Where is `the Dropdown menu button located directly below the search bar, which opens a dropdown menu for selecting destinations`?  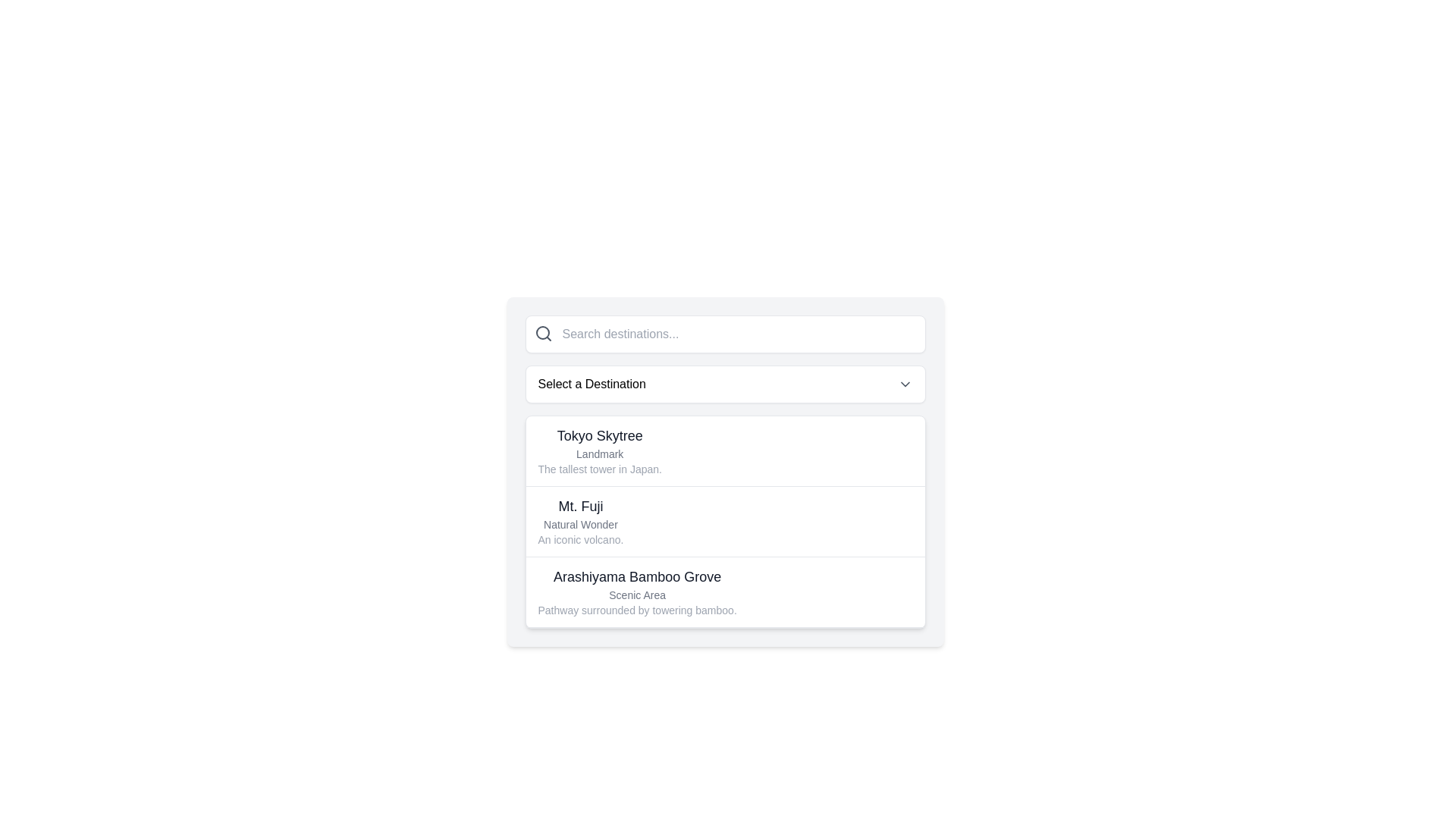 the Dropdown menu button located directly below the search bar, which opens a dropdown menu for selecting destinations is located at coordinates (724, 383).